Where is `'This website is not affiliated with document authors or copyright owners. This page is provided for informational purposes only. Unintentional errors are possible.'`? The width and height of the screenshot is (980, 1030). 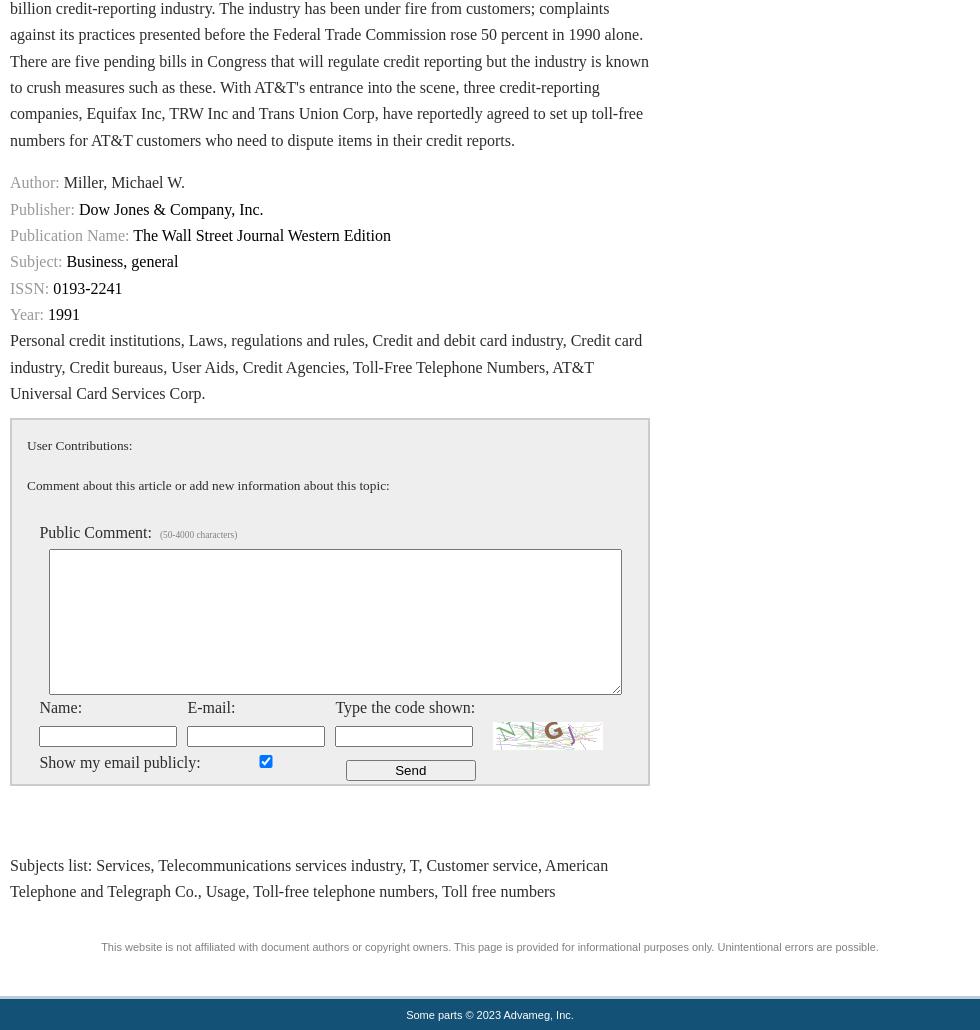 'This website is not affiliated with document authors or copyright owners. This page is provided for informational purposes only. Unintentional errors are possible.' is located at coordinates (489, 945).